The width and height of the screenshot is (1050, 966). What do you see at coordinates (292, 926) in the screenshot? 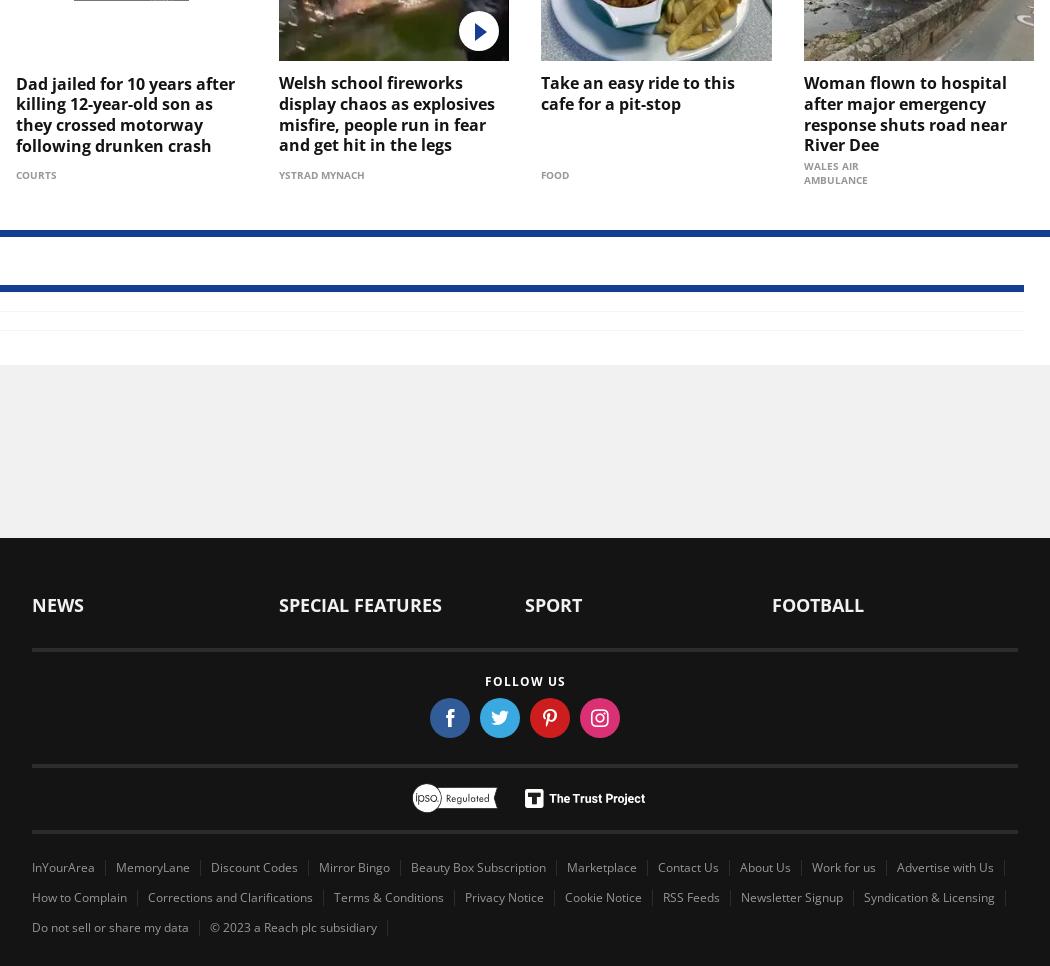
I see `'© 2023 a Reach plc subsidiary'` at bounding box center [292, 926].